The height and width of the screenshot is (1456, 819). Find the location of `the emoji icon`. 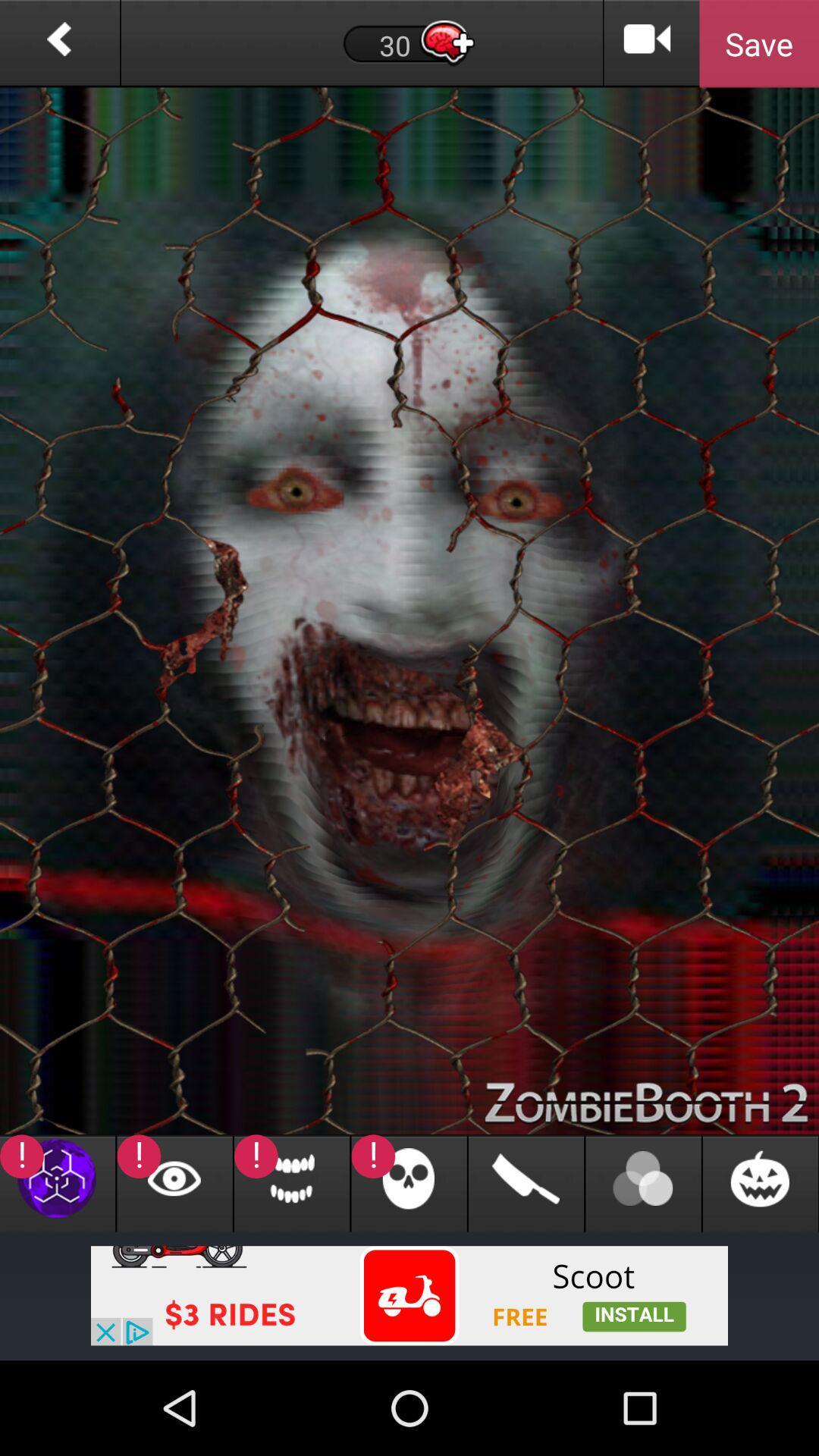

the emoji icon is located at coordinates (761, 1266).